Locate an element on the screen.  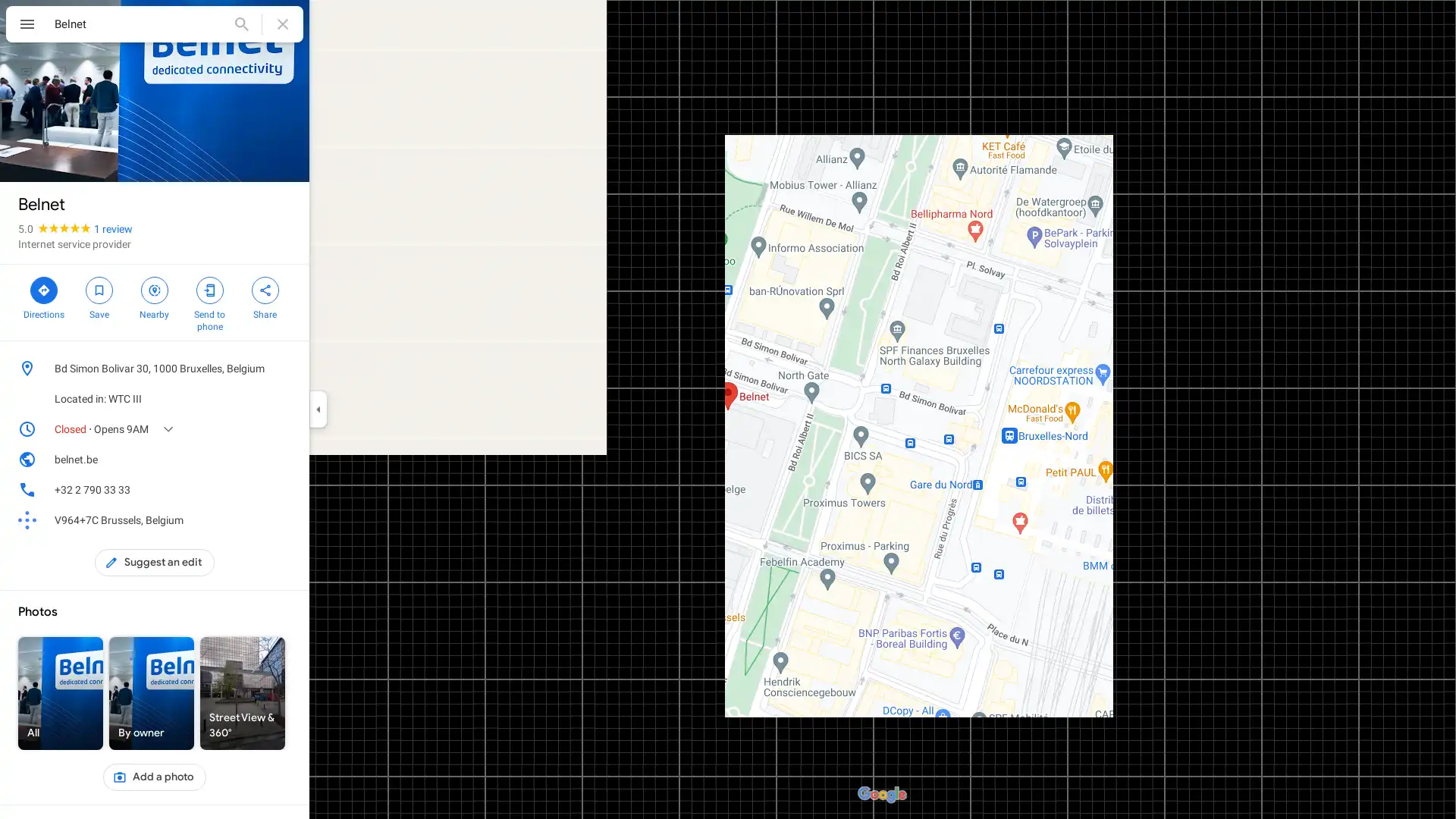
Clear search is located at coordinates (283, 24).